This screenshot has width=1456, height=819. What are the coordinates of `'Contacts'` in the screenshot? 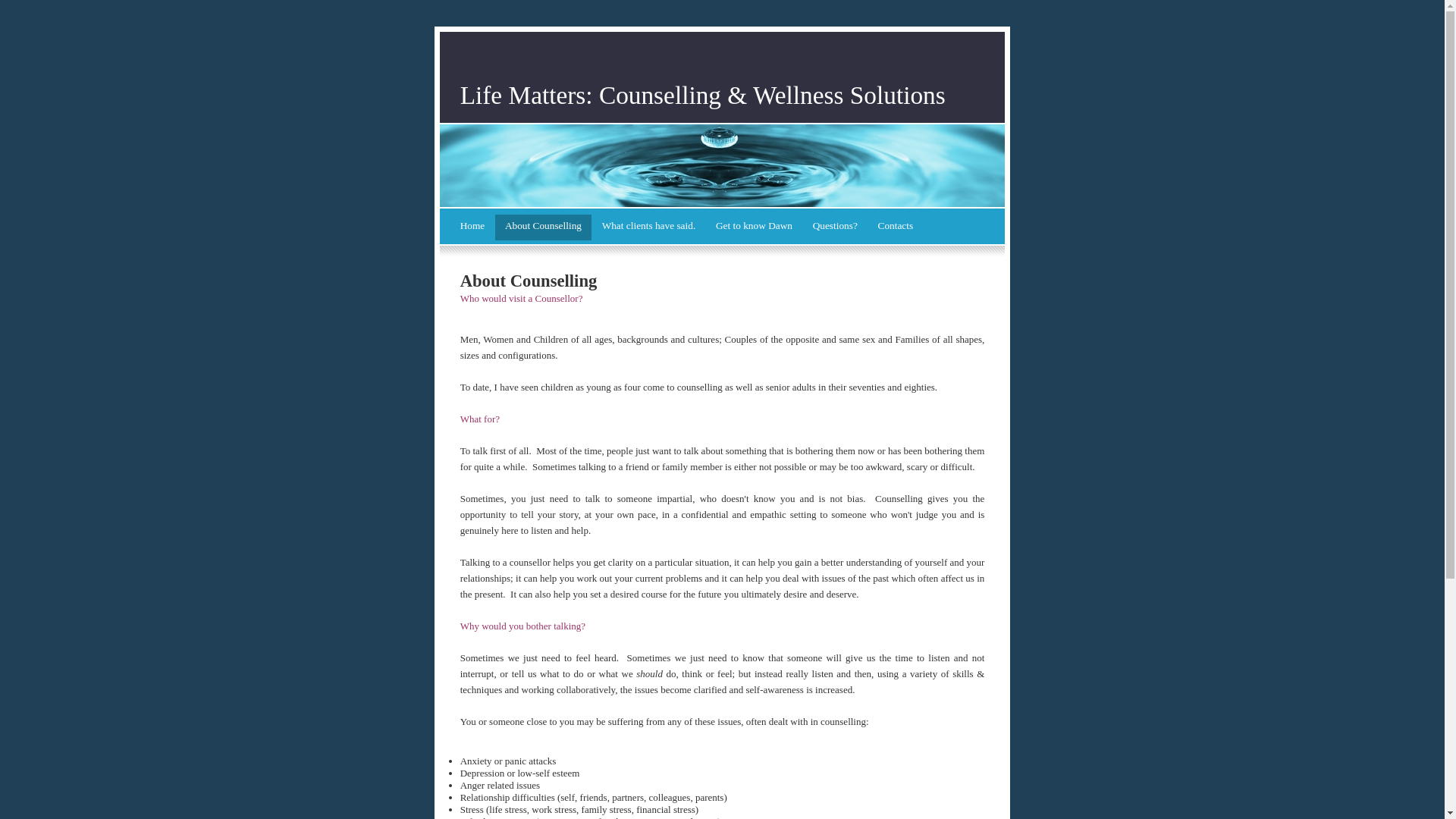 It's located at (895, 227).